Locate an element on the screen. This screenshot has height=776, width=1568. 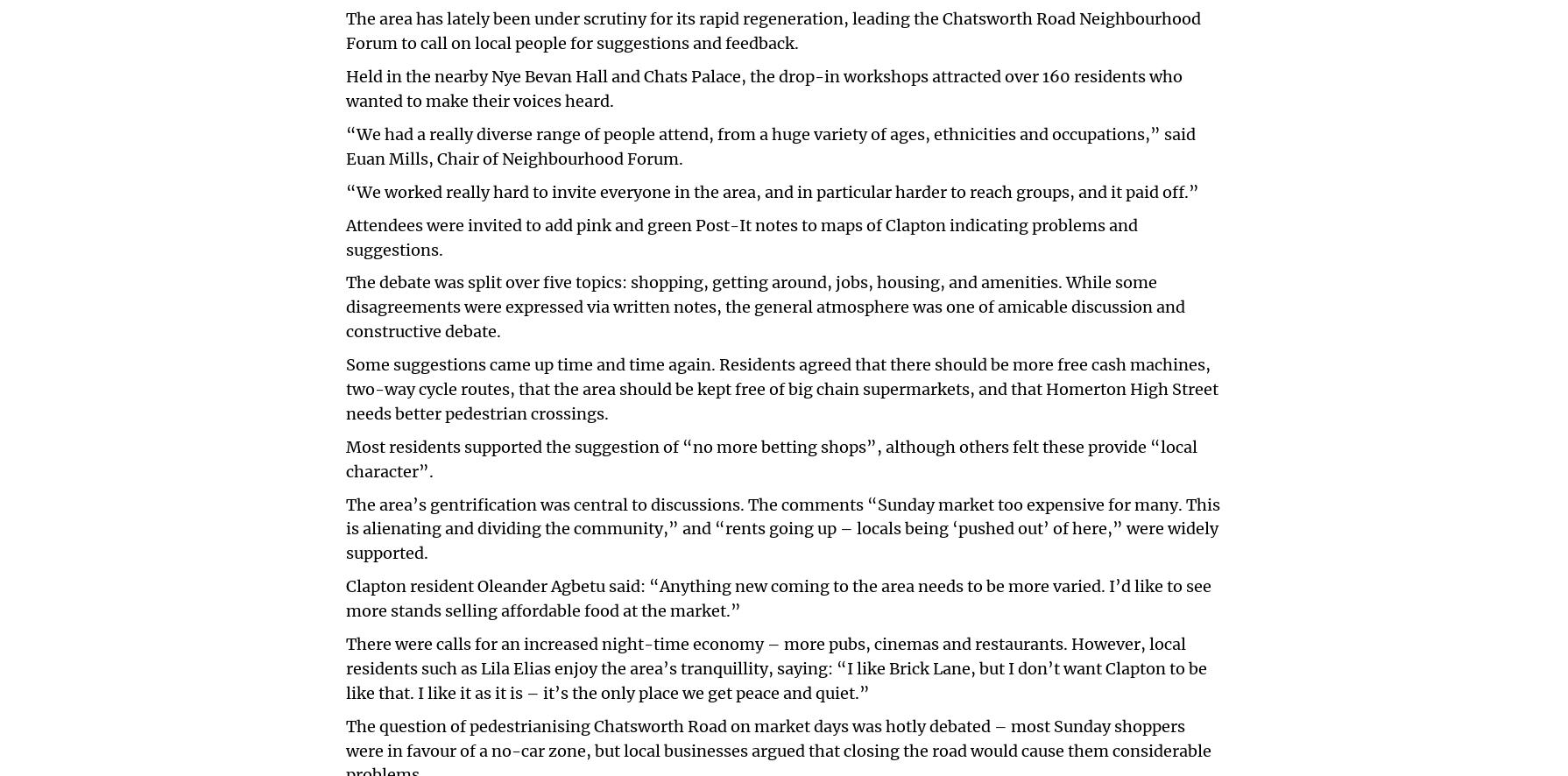
'“We worked really hard to invite everyone in the area, and in particular harder to reach groups, and it paid off.”' is located at coordinates (346, 191).